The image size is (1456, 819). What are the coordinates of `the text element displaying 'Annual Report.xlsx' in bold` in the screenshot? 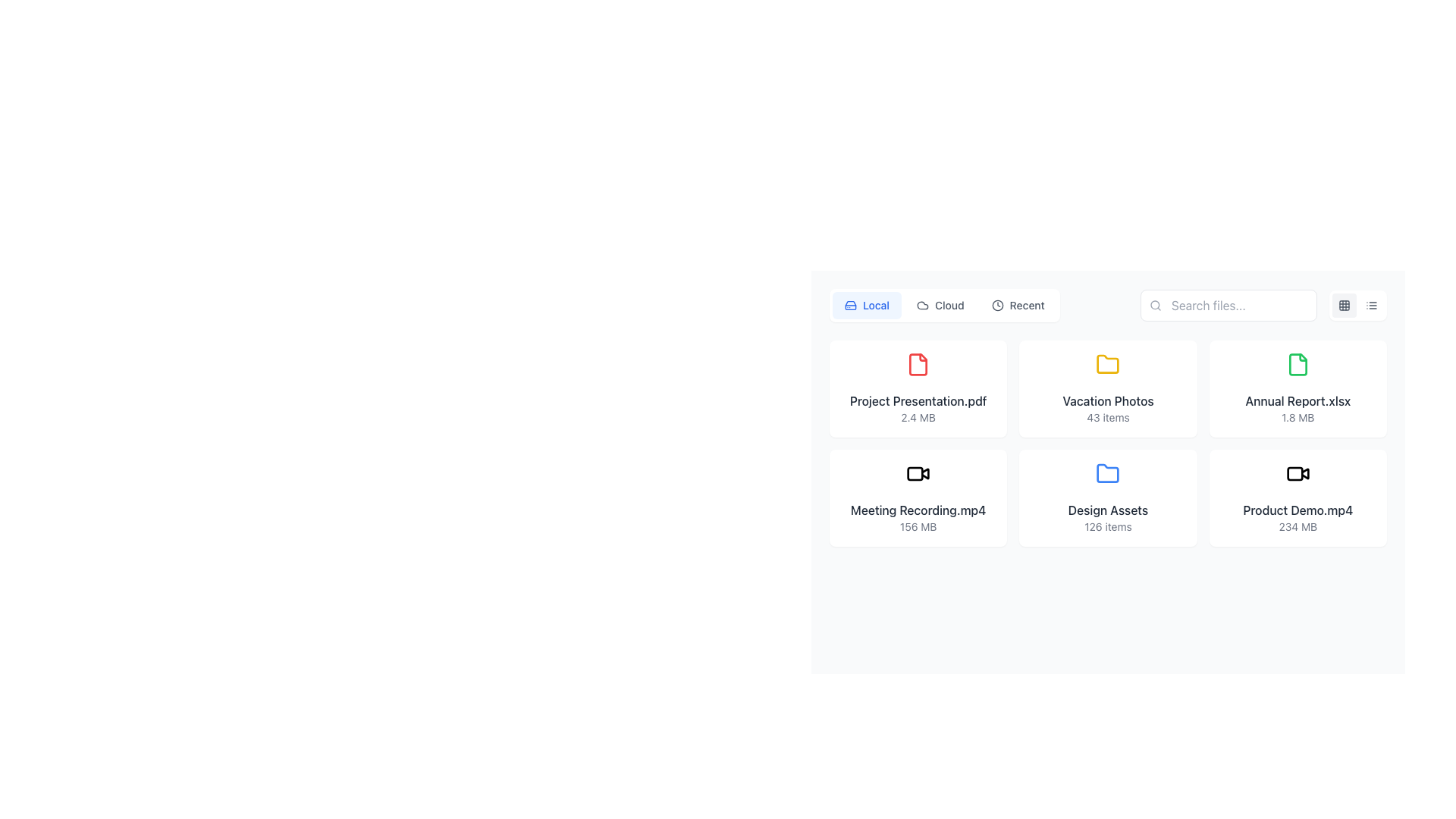 It's located at (1297, 408).